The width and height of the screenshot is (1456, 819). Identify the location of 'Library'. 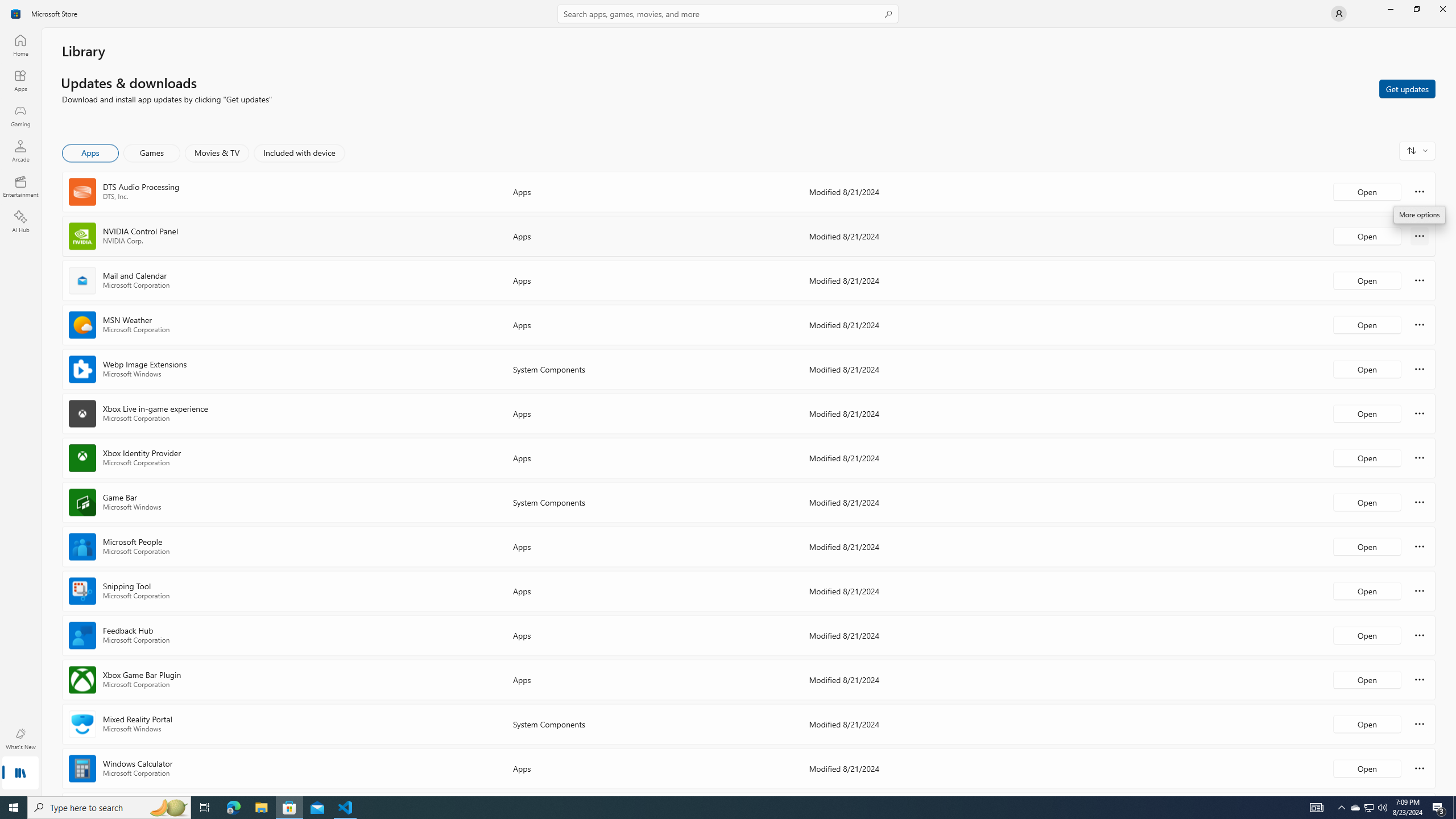
(19, 773).